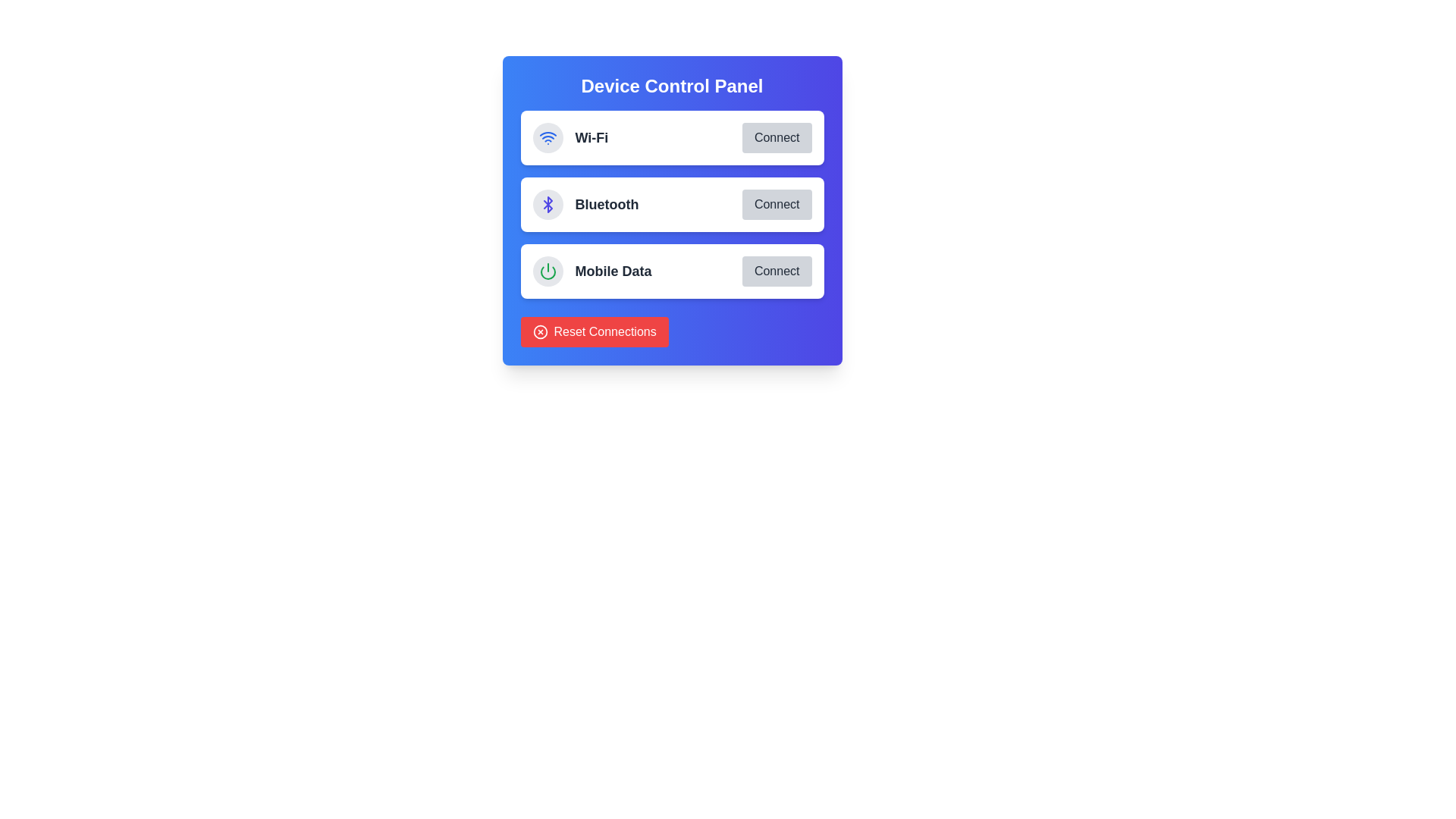  What do you see at coordinates (547, 137) in the screenshot?
I see `the blue Wi-Fi icon with curved lines, located in the top region of the 'Device Control Panel', to the left of the 'Wi-Fi' label` at bounding box center [547, 137].